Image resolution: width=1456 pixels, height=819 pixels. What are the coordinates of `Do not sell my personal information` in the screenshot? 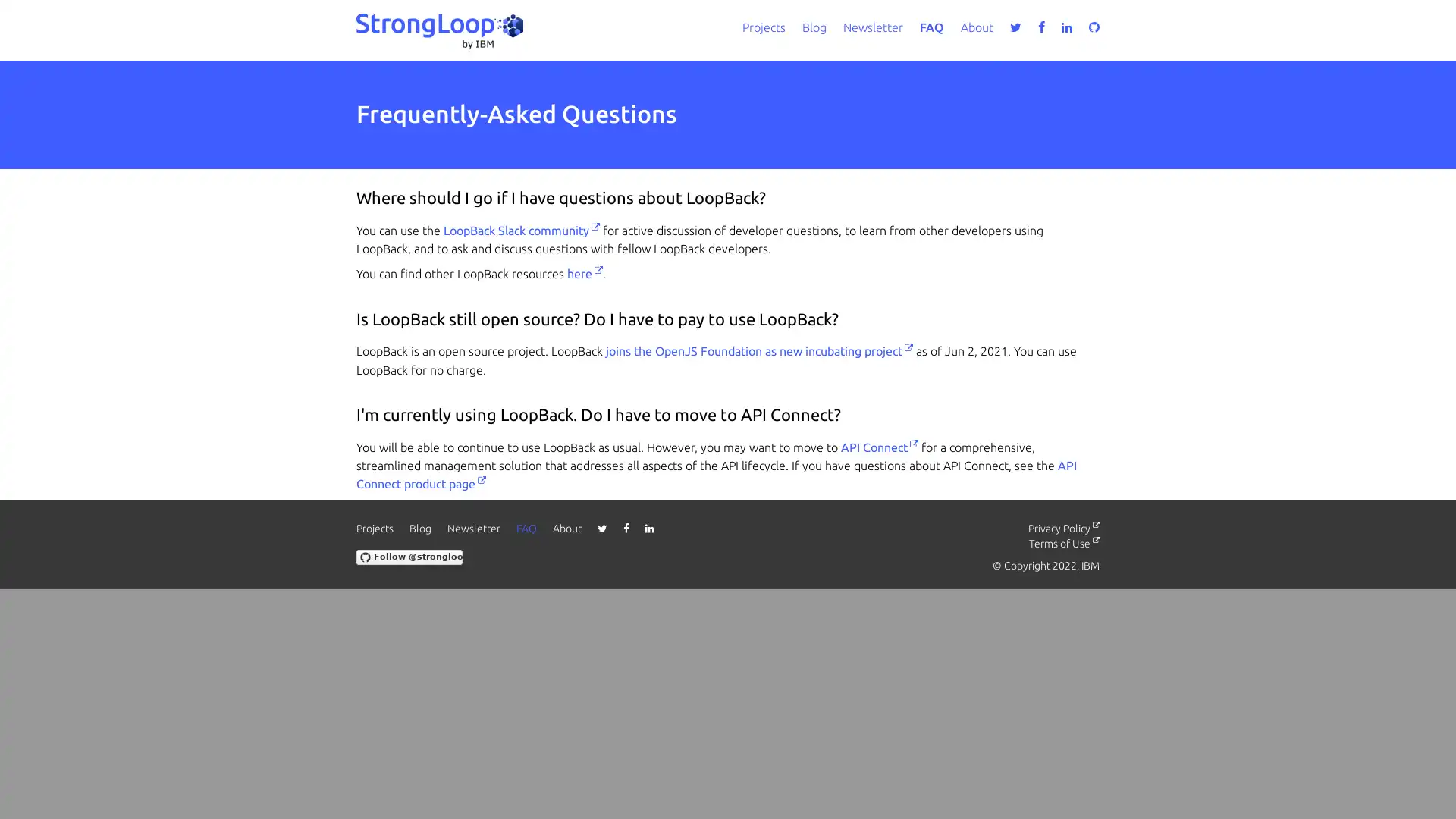 It's located at (1333, 769).